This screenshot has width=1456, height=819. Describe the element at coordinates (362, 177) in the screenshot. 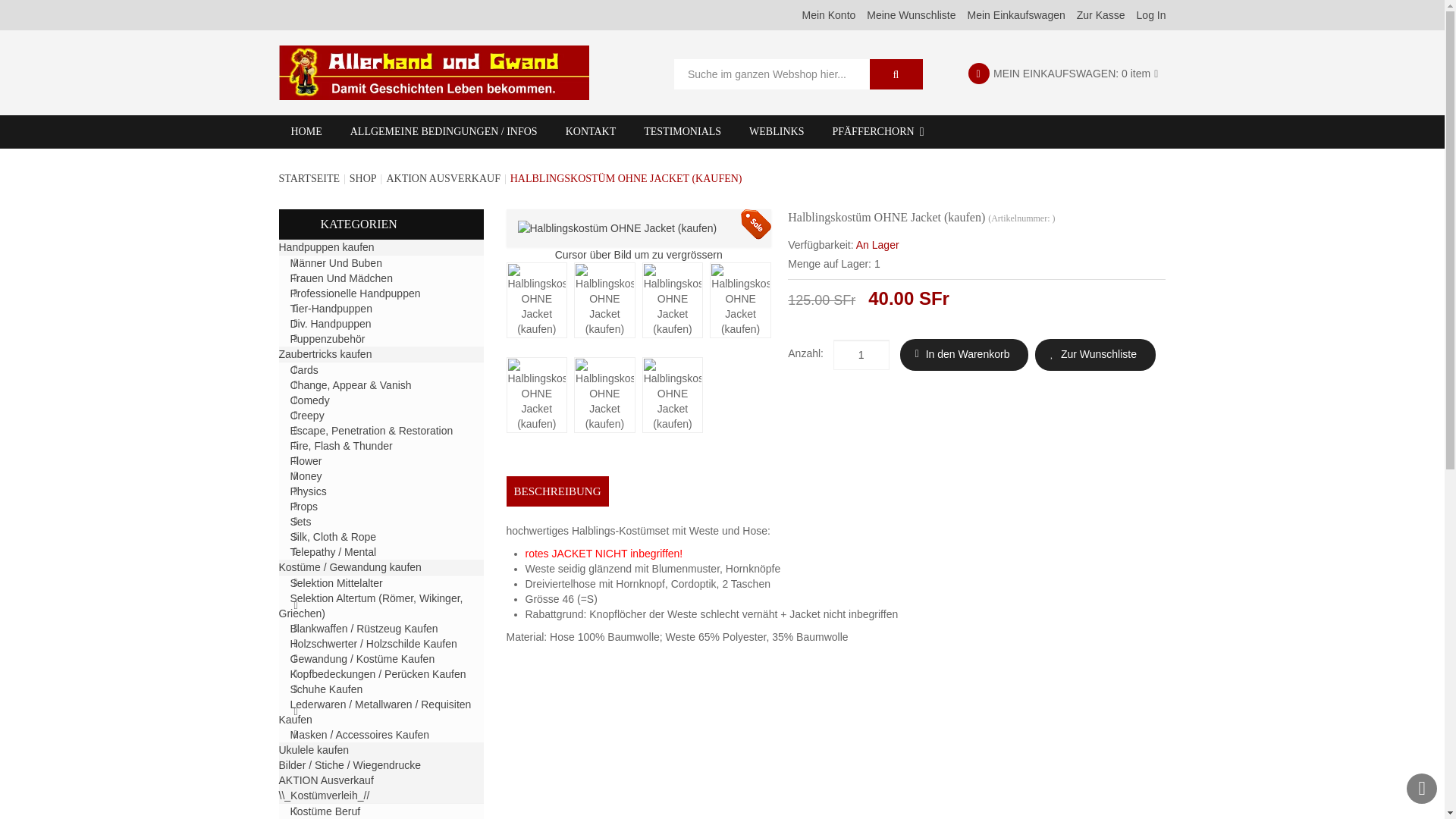

I see `'SHOP'` at that location.